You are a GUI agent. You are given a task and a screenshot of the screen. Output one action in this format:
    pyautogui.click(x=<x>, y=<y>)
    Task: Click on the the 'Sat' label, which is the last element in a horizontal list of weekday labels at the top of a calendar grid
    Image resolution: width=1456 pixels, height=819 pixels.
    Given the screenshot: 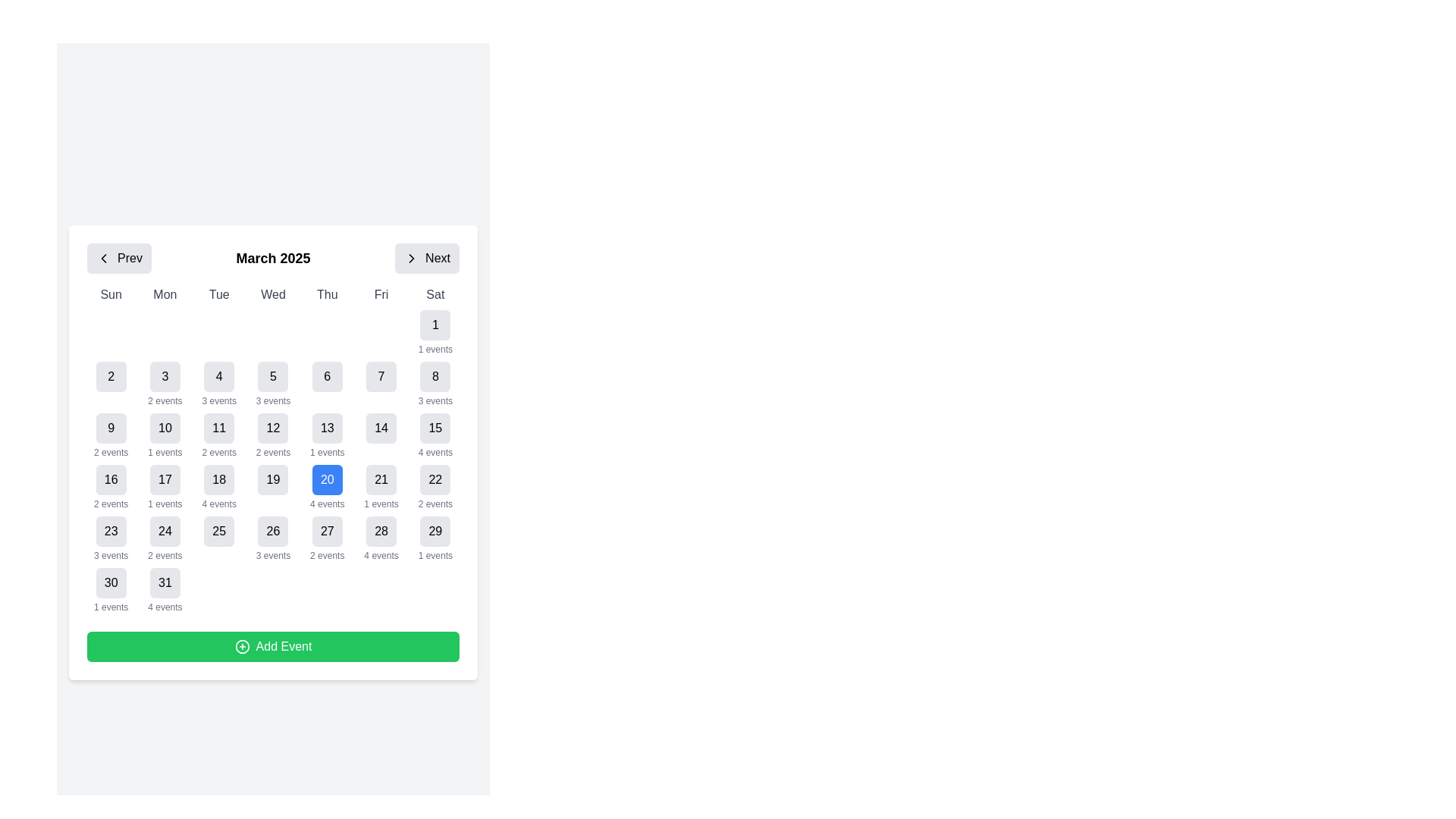 What is the action you would take?
    pyautogui.click(x=435, y=295)
    